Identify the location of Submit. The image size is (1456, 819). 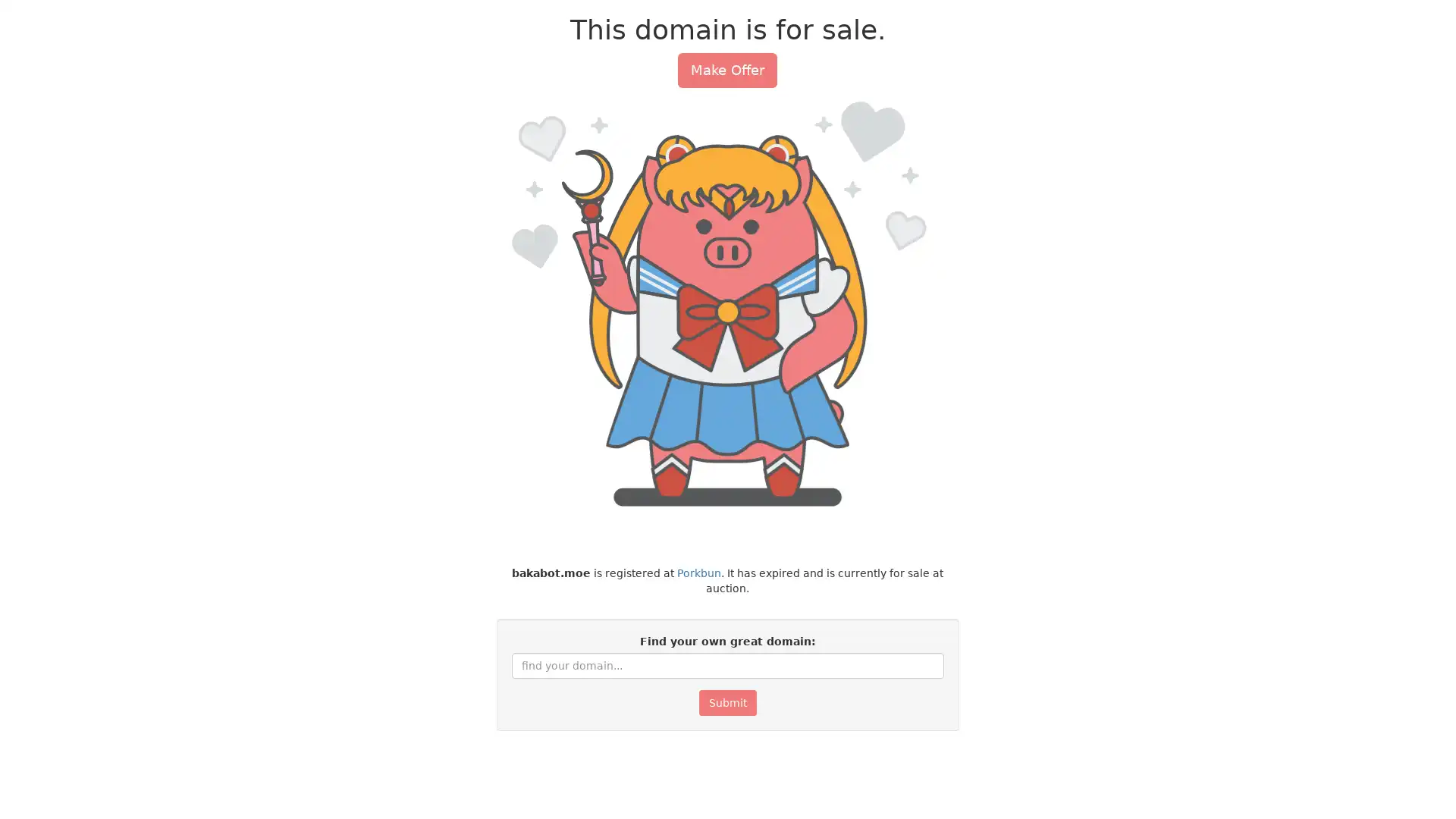
(726, 701).